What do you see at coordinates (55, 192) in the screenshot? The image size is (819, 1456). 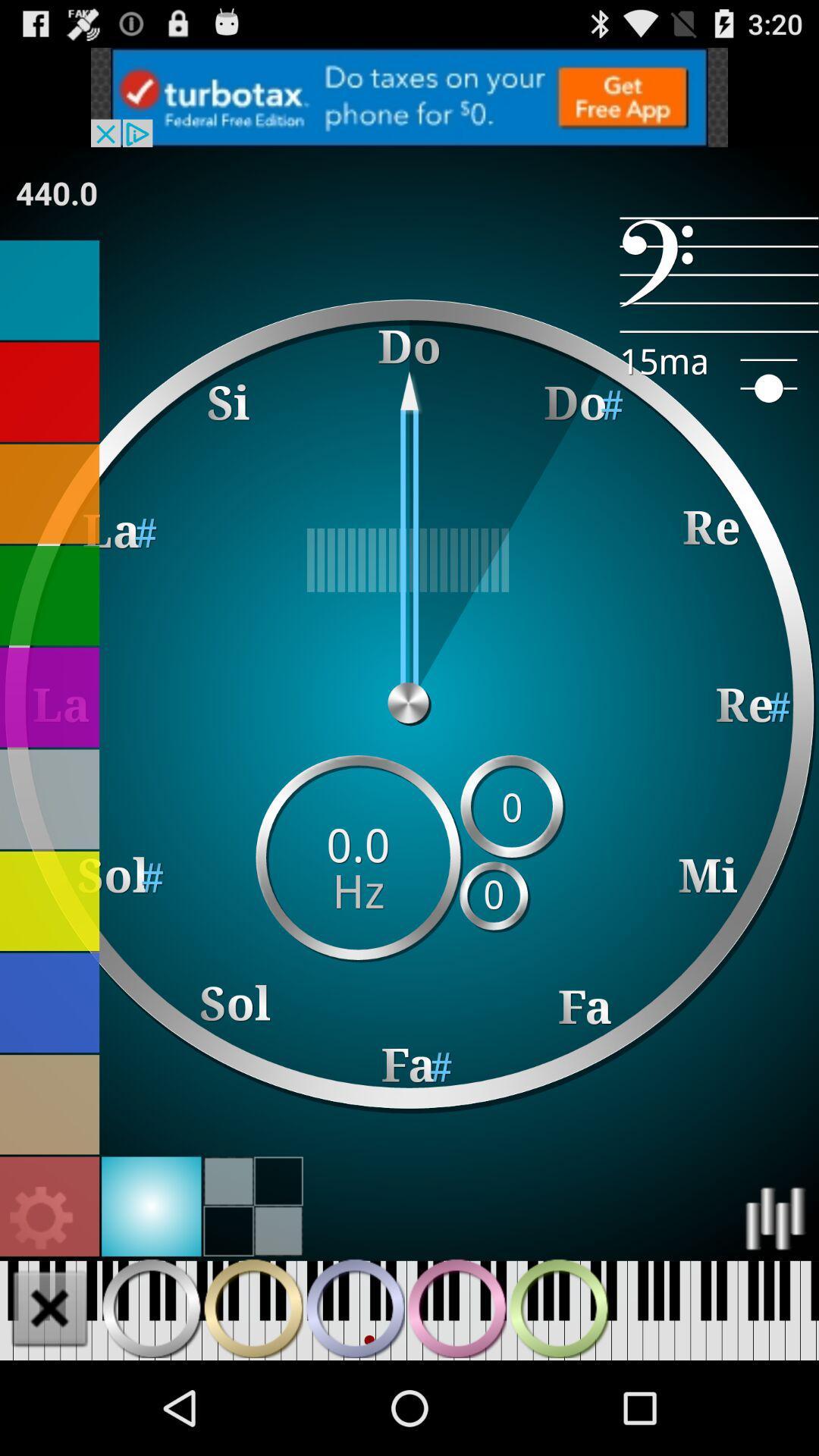 I see `the 440.0 item` at bounding box center [55, 192].